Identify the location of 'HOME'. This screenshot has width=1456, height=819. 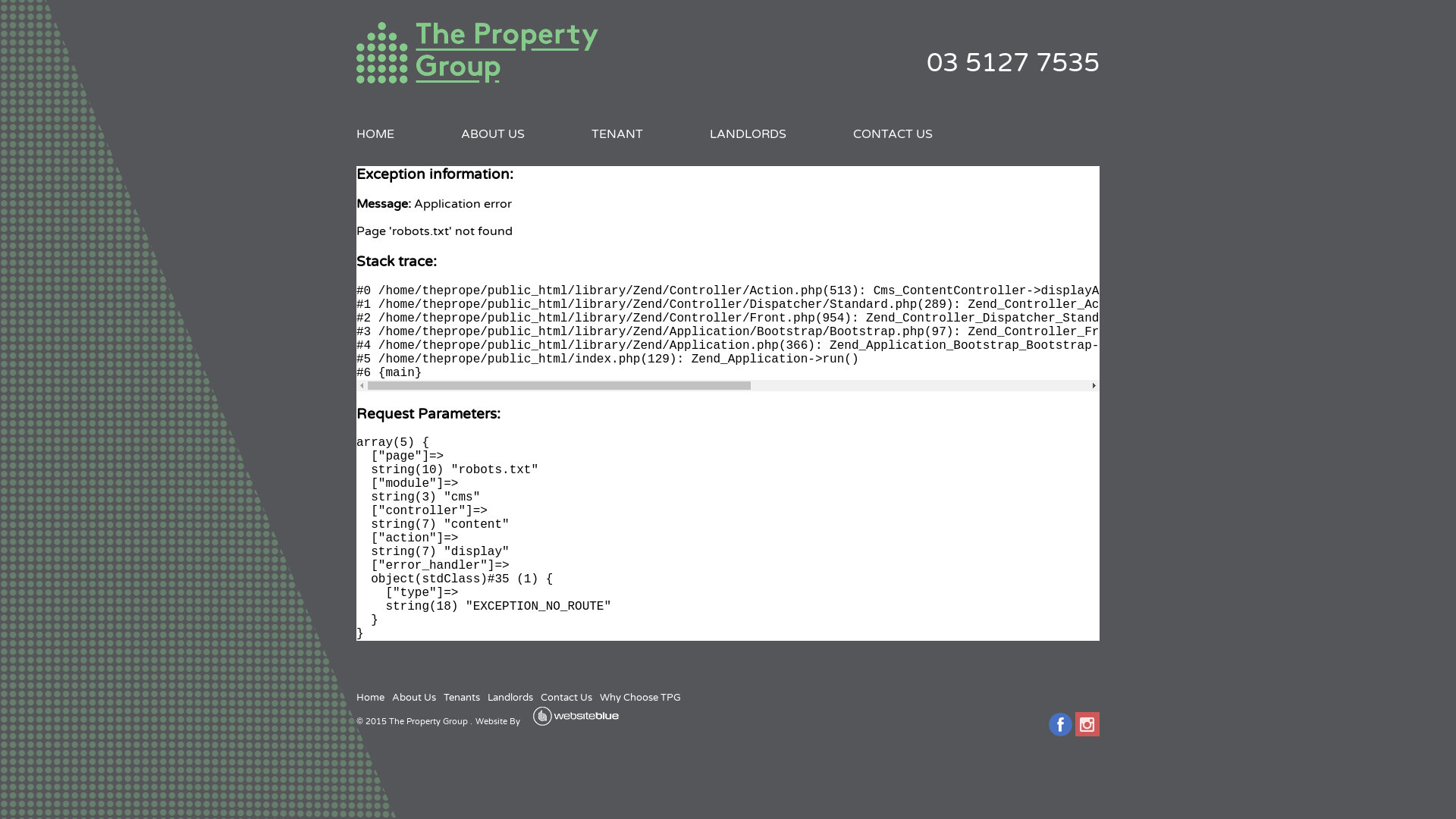
(375, 133).